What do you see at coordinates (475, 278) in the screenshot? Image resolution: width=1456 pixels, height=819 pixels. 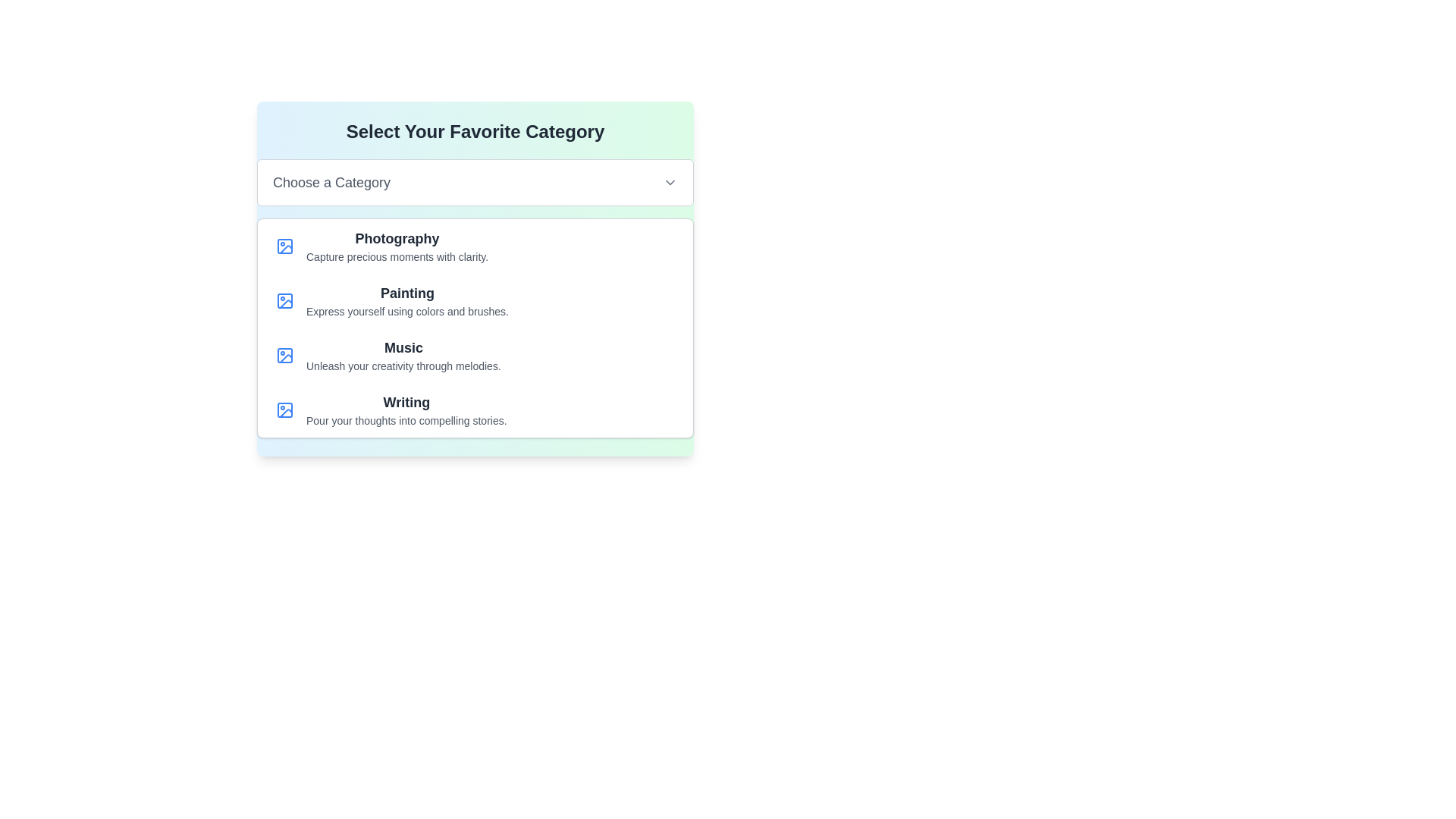 I see `the Interactive category selection panel with a gradient background and bold title 'Select Your Favorite Category'` at bounding box center [475, 278].